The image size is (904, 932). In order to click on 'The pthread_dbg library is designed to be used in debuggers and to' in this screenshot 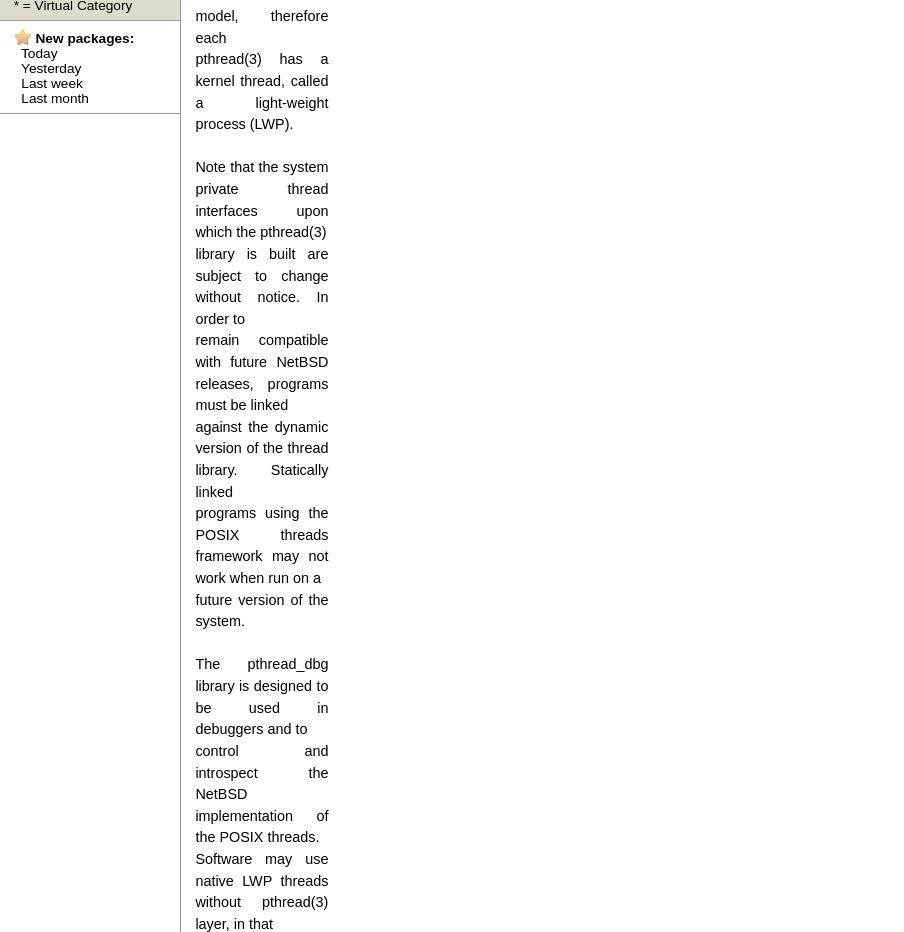, I will do `click(260, 696)`.